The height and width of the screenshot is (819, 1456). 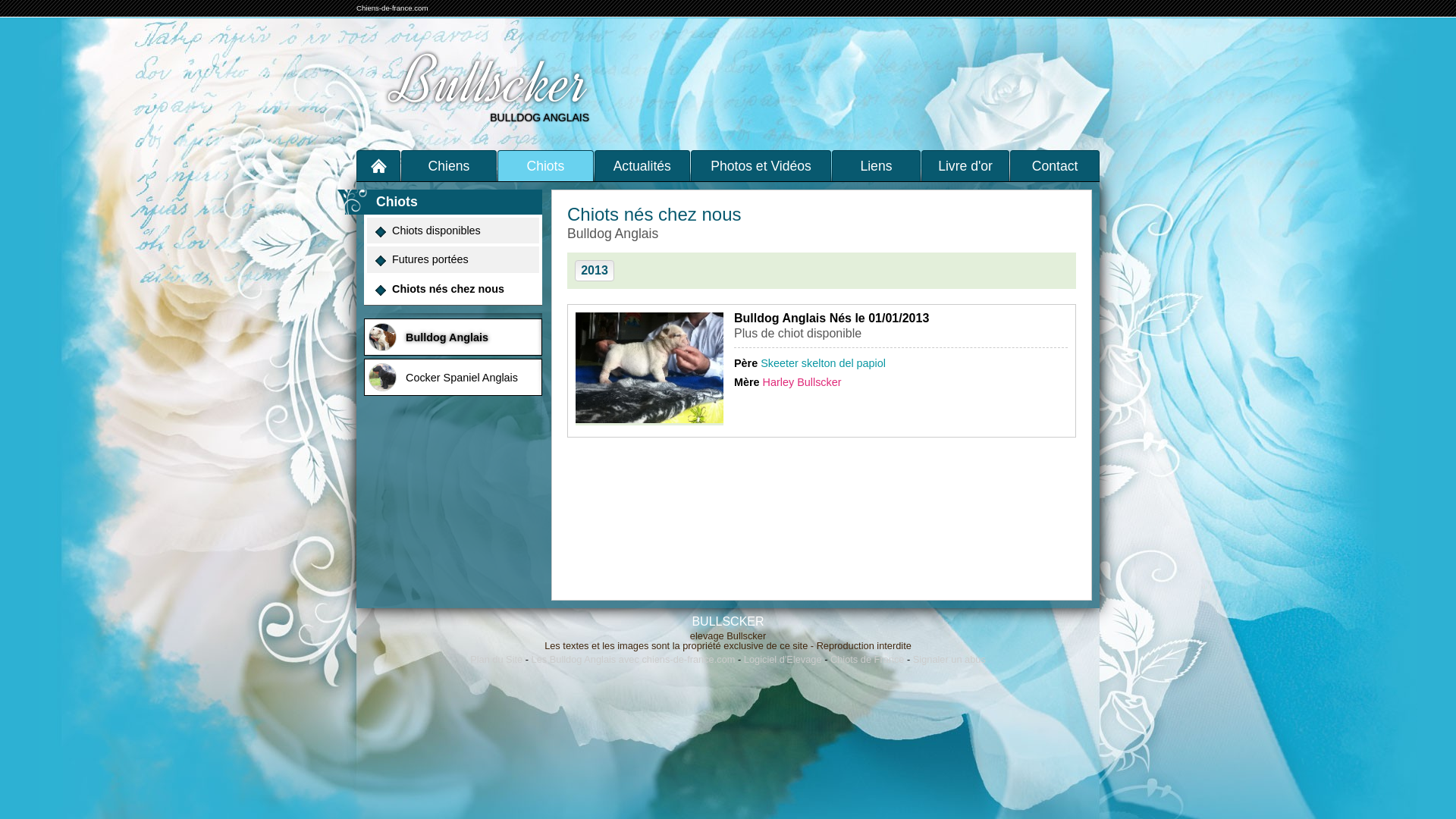 What do you see at coordinates (452, 231) in the screenshot?
I see `'Chiots disponibles'` at bounding box center [452, 231].